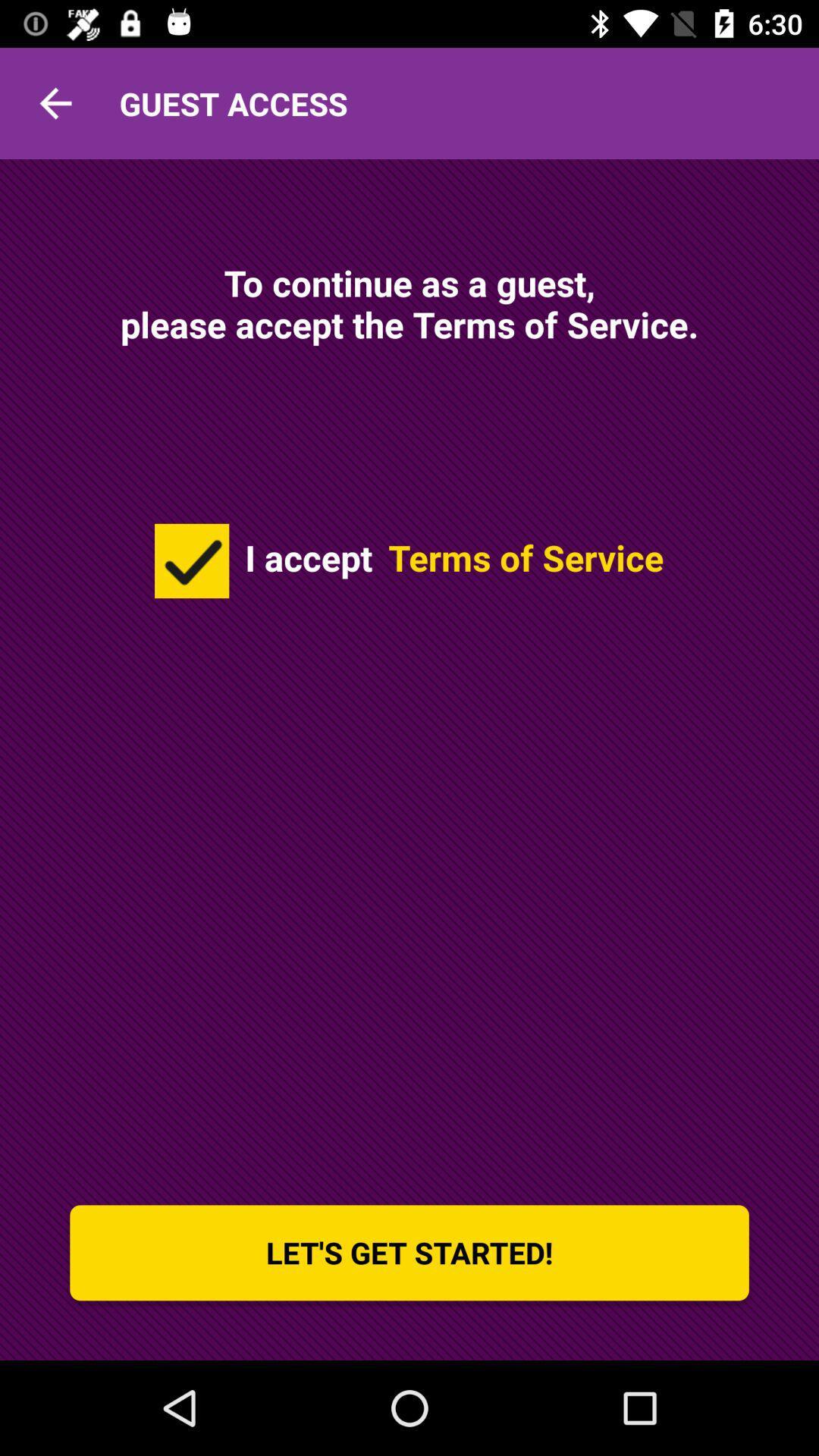 The height and width of the screenshot is (1456, 819). Describe the element at coordinates (55, 102) in the screenshot. I see `icon next to the guest access item` at that location.